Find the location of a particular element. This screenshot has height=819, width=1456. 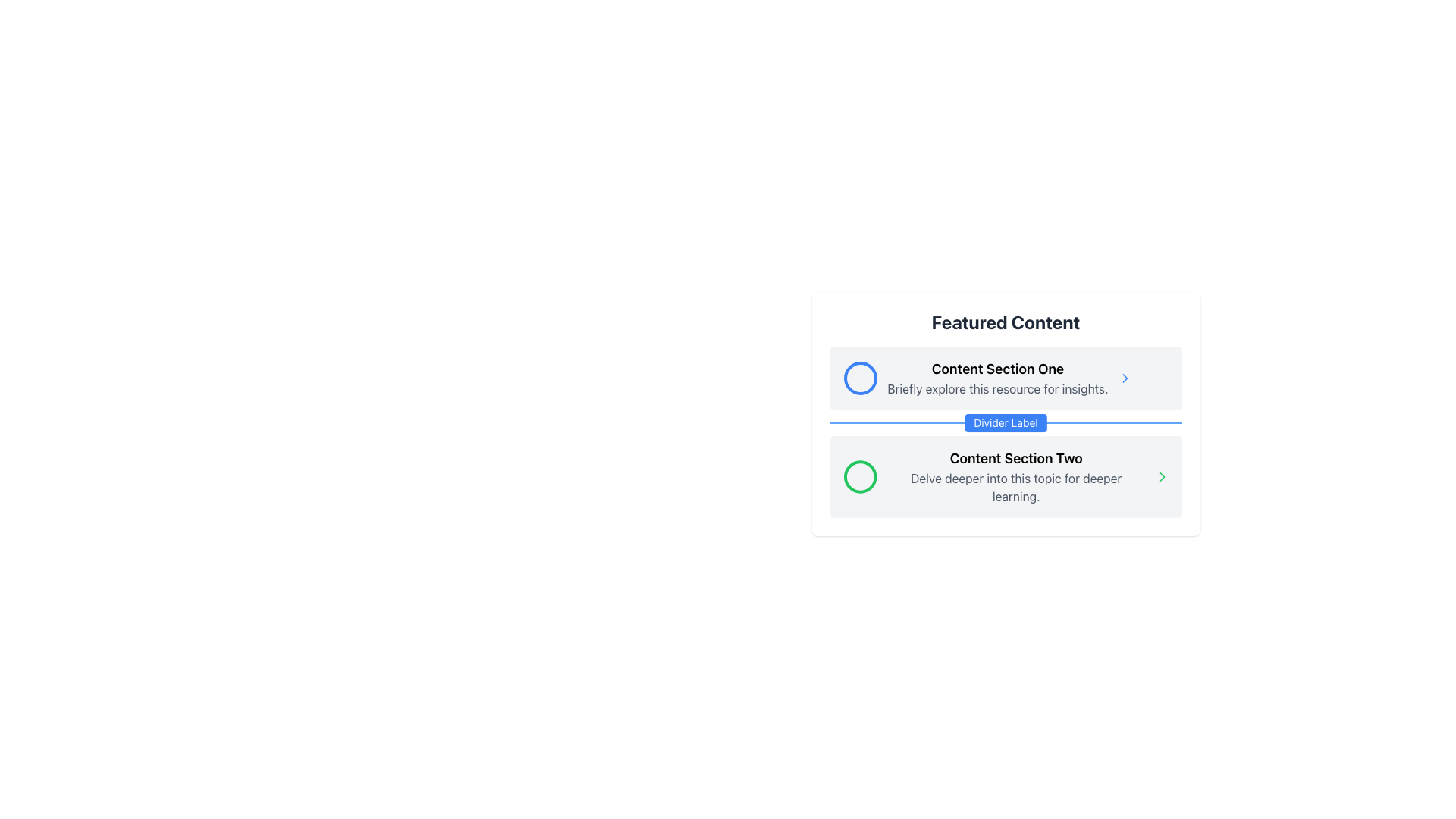

the green chevron icon located at the far right edge of the 'Content Section Two' panel is located at coordinates (1161, 475).